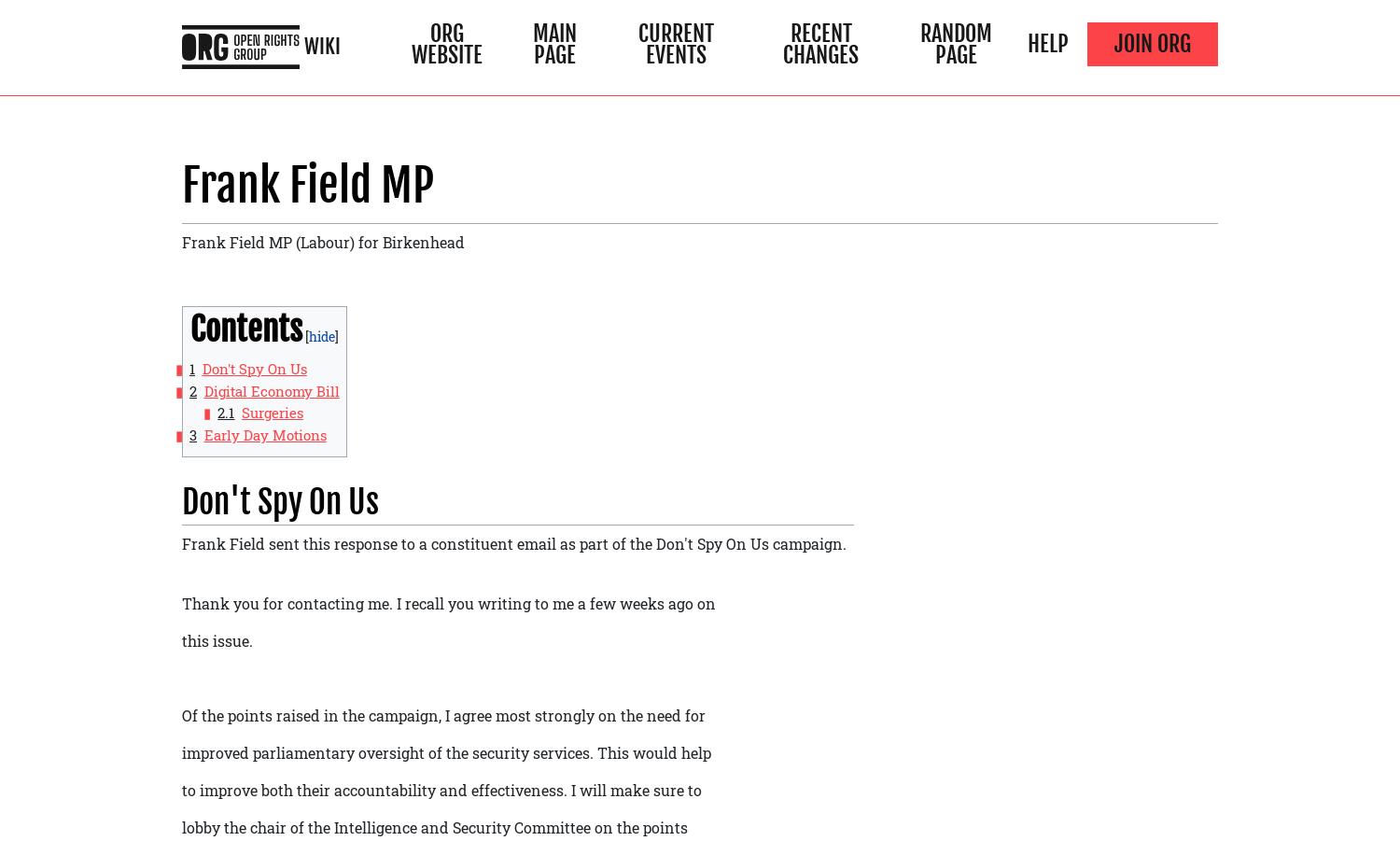  Describe the element at coordinates (192, 389) in the screenshot. I see `'2'` at that location.